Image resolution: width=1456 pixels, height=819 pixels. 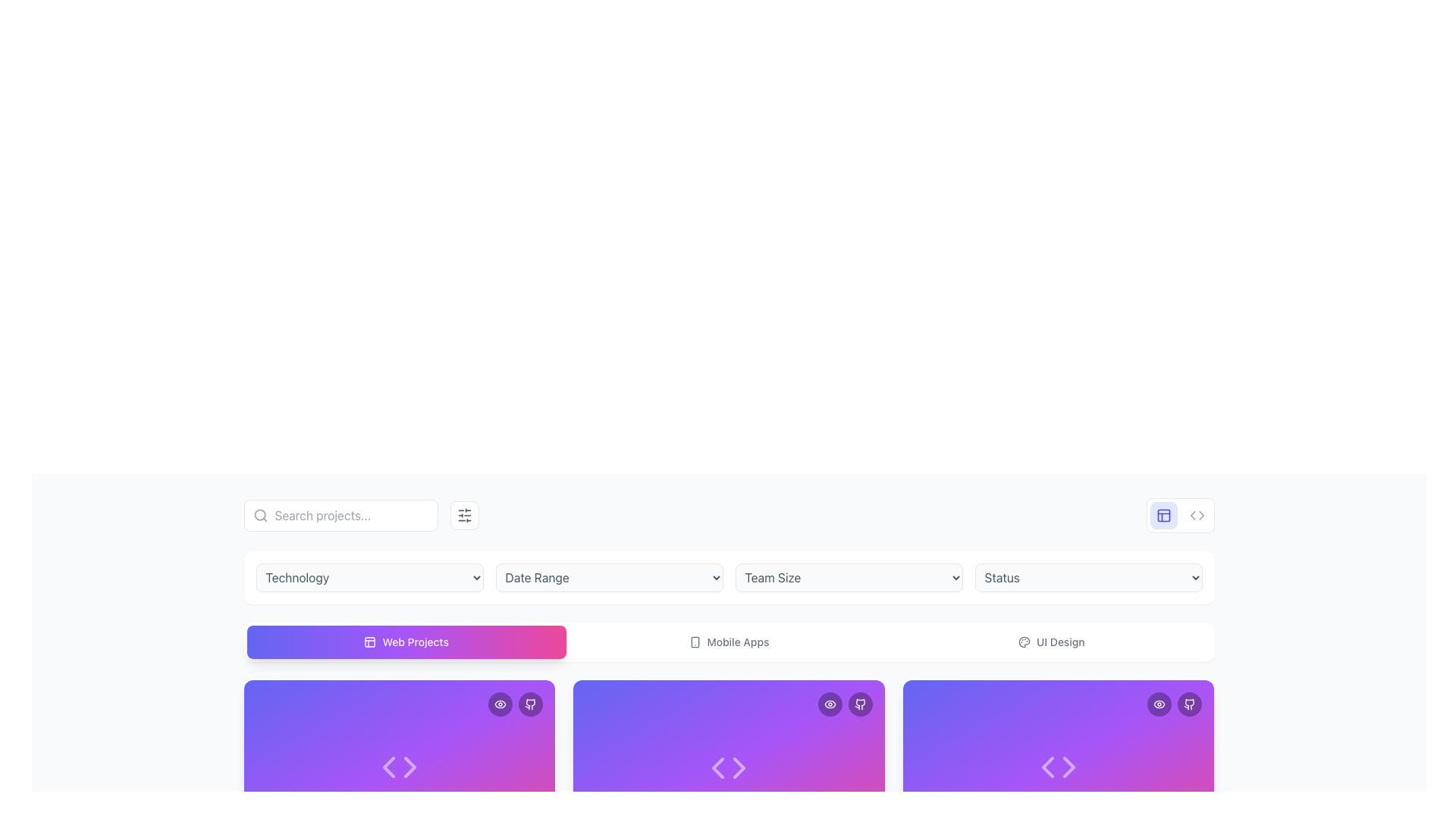 What do you see at coordinates (729, 578) in the screenshot?
I see `the interactive dropdown menu in the toolbar section` at bounding box center [729, 578].